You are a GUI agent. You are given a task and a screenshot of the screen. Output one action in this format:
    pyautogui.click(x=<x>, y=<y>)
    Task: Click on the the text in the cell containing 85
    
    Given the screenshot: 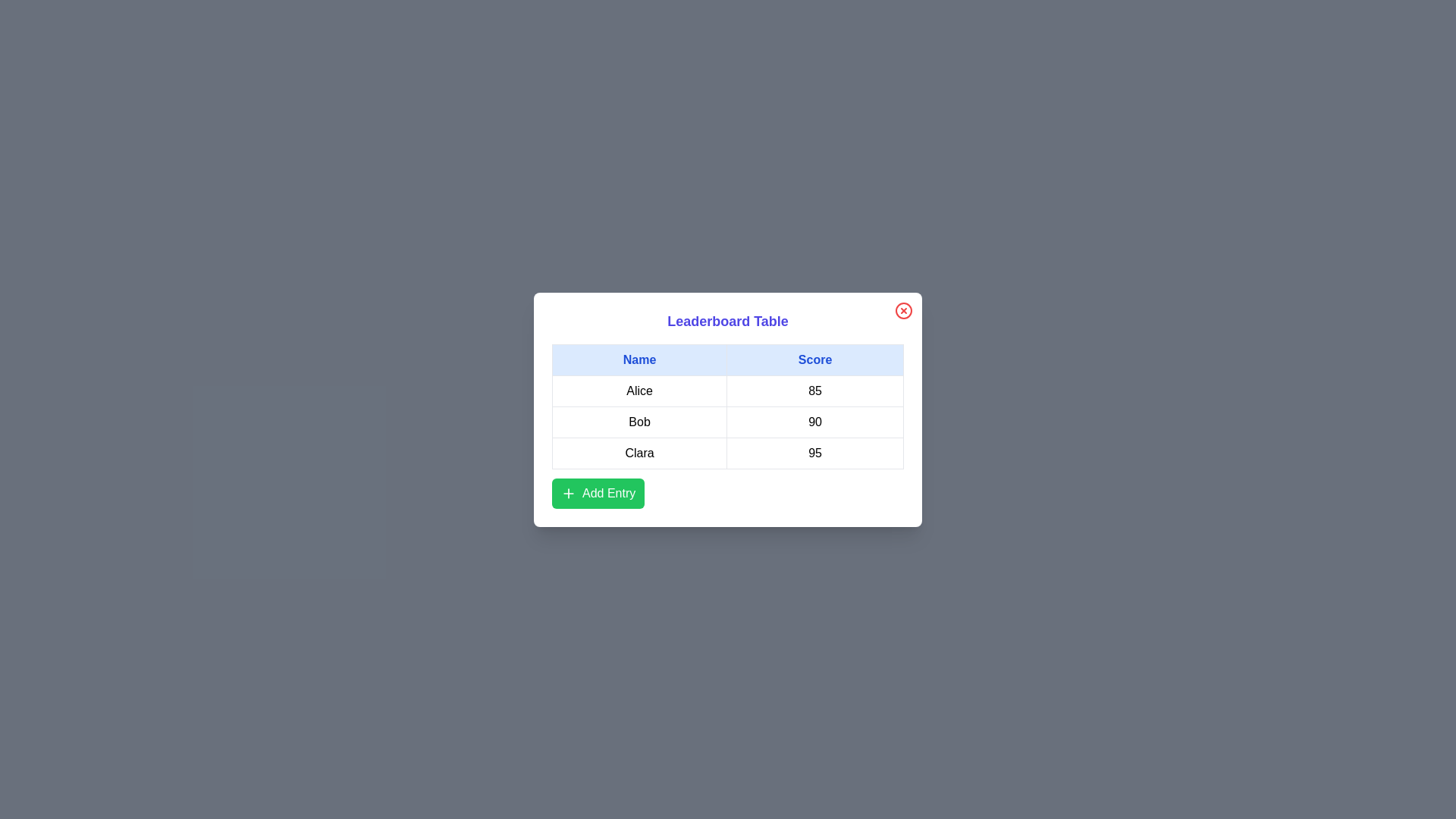 What is the action you would take?
    pyautogui.click(x=814, y=390)
    